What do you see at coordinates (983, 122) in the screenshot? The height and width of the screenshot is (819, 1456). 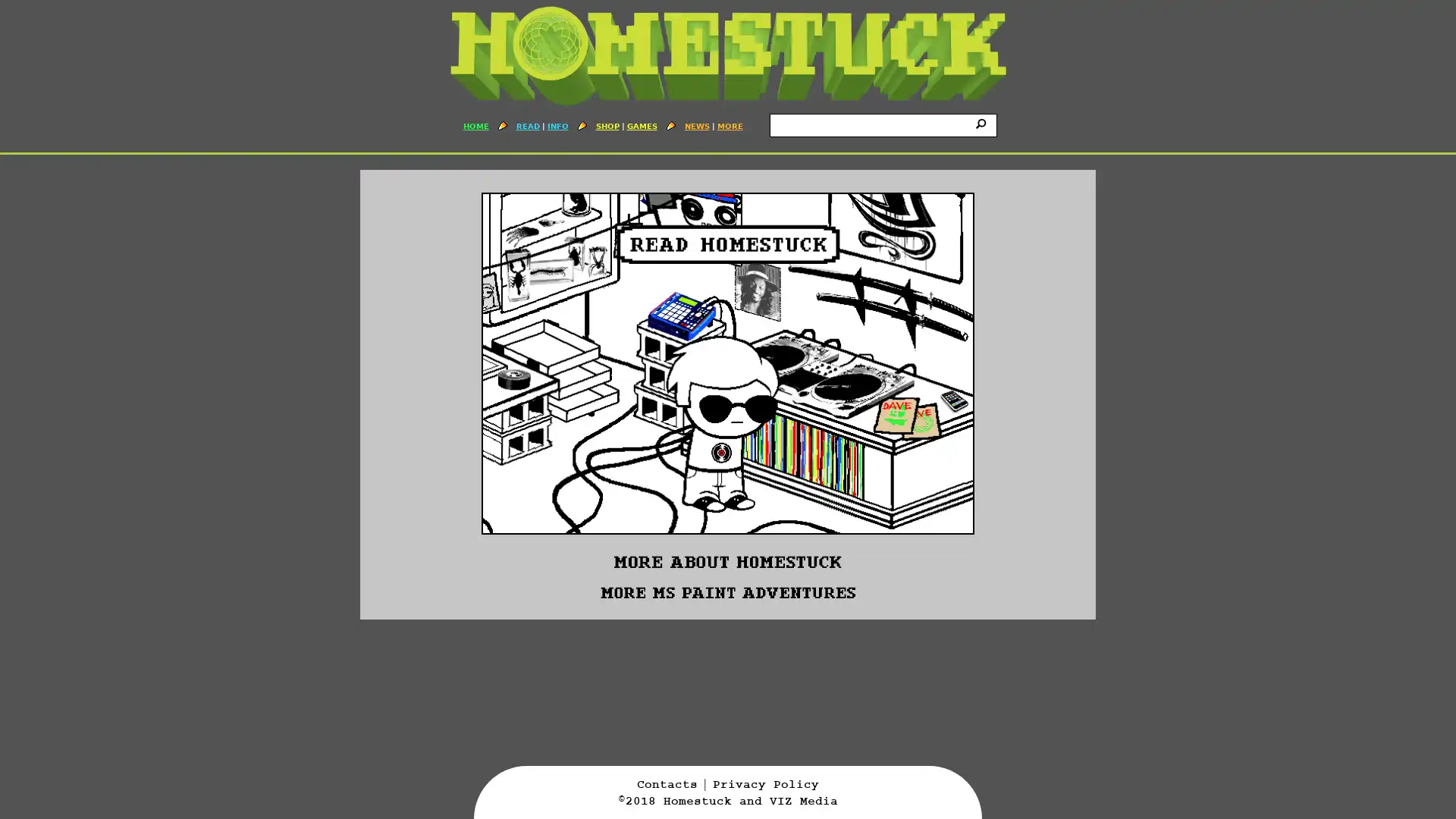 I see `i` at bounding box center [983, 122].